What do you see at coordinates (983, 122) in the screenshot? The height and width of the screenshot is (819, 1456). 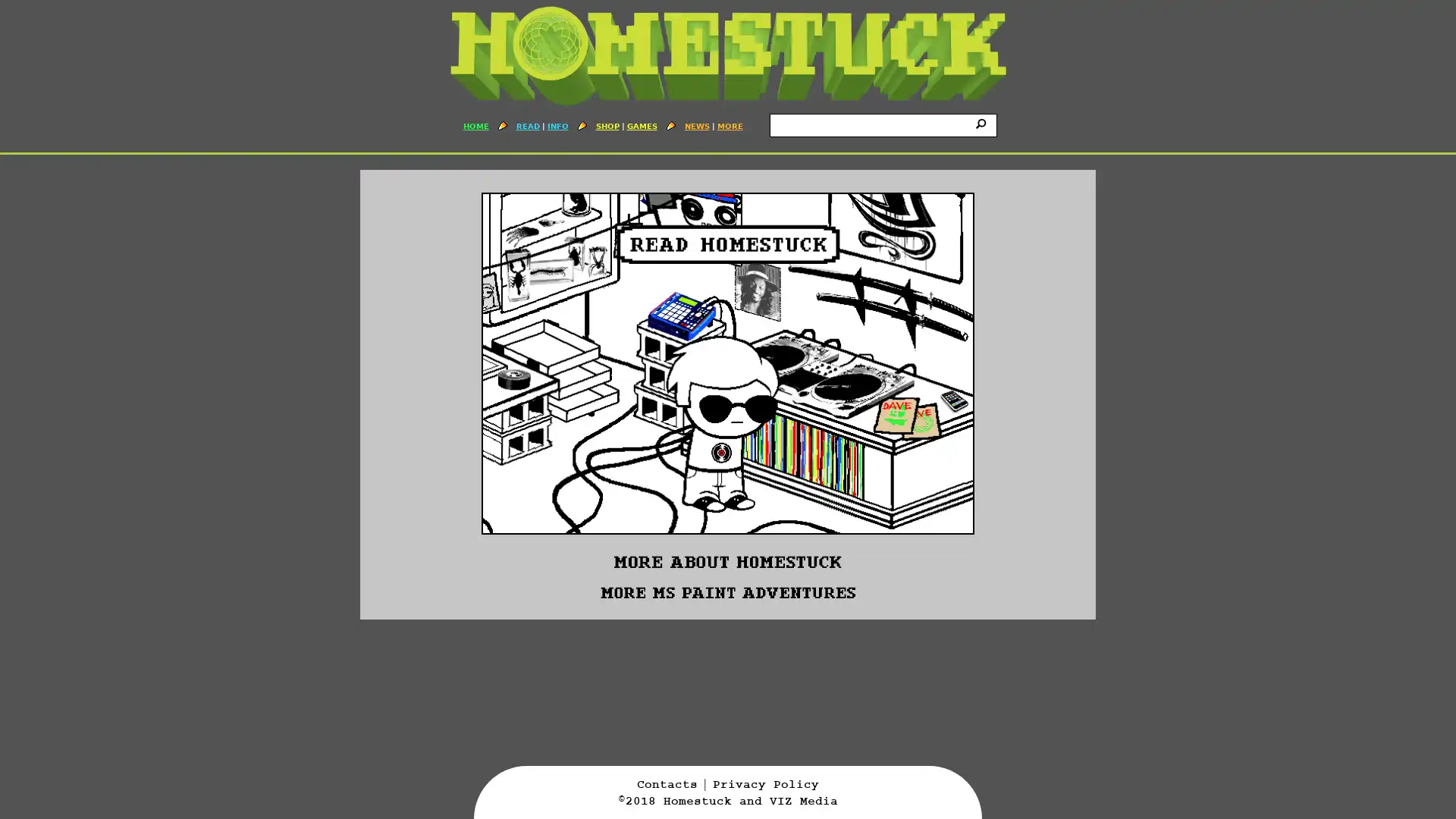 I see `i` at bounding box center [983, 122].